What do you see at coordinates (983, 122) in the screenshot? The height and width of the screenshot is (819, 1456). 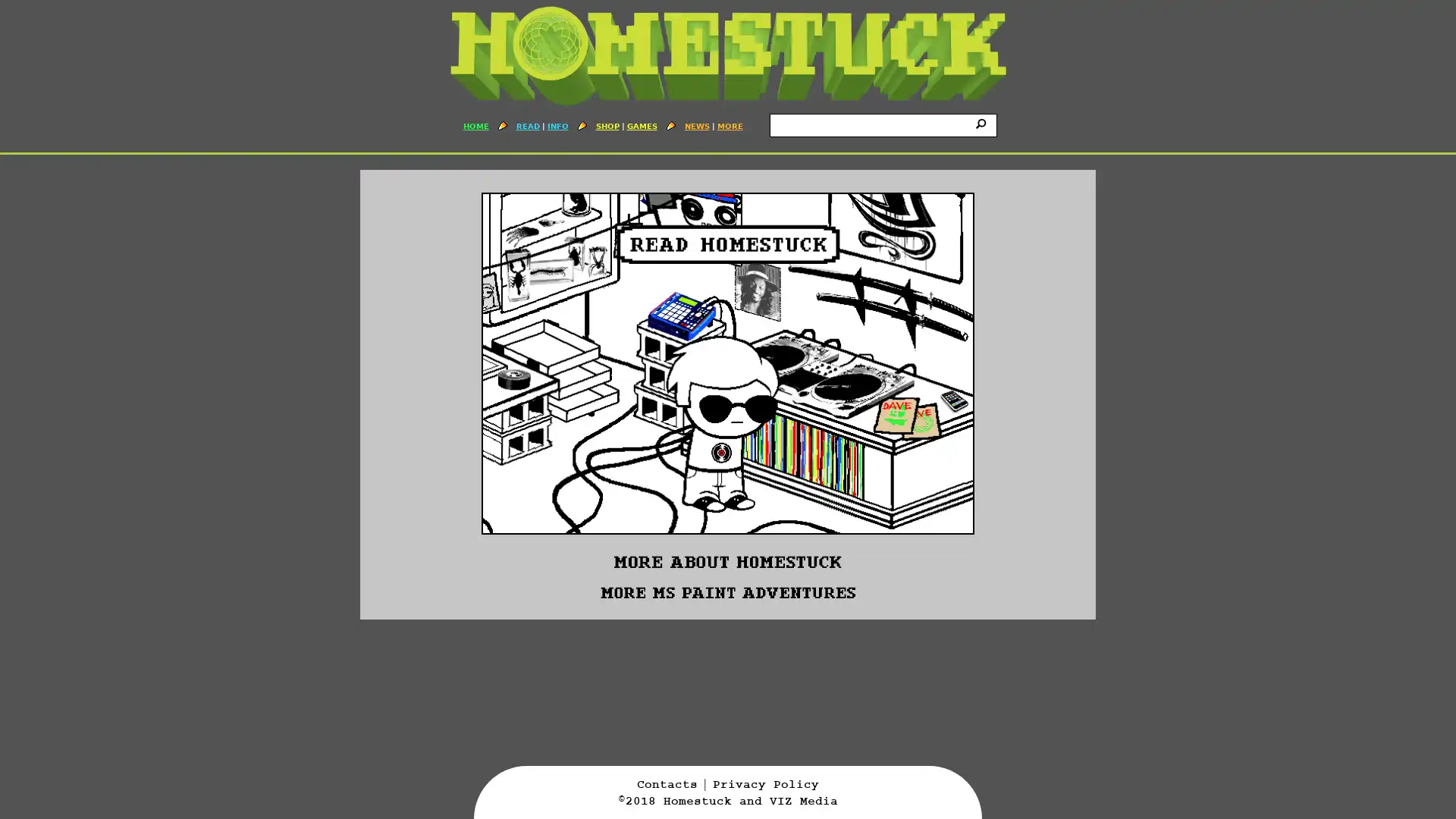 I see `i` at bounding box center [983, 122].